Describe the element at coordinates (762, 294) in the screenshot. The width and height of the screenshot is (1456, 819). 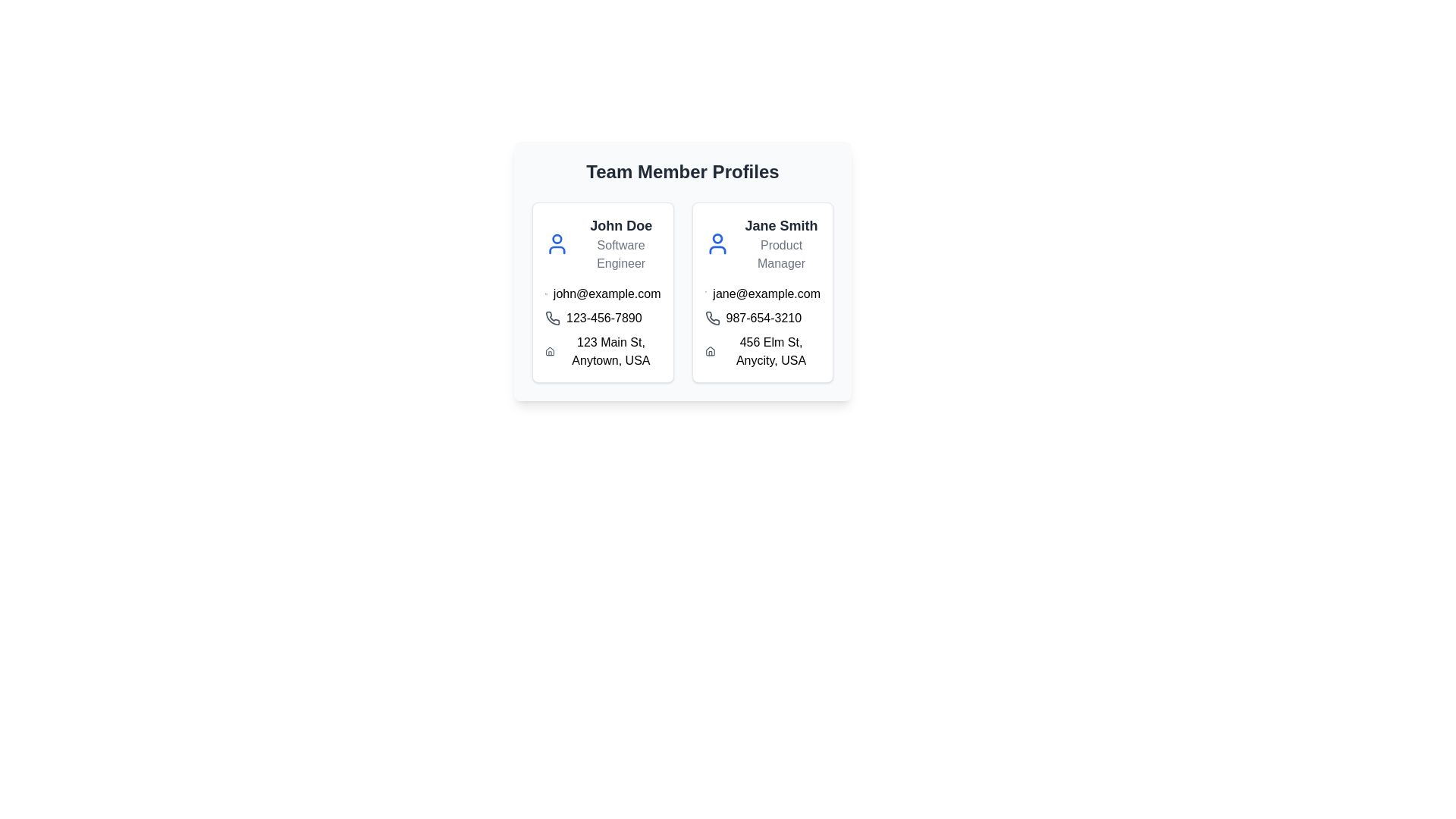
I see `the email address text in the profile card, which is located directly under the user's name and title, and above the phone number` at that location.